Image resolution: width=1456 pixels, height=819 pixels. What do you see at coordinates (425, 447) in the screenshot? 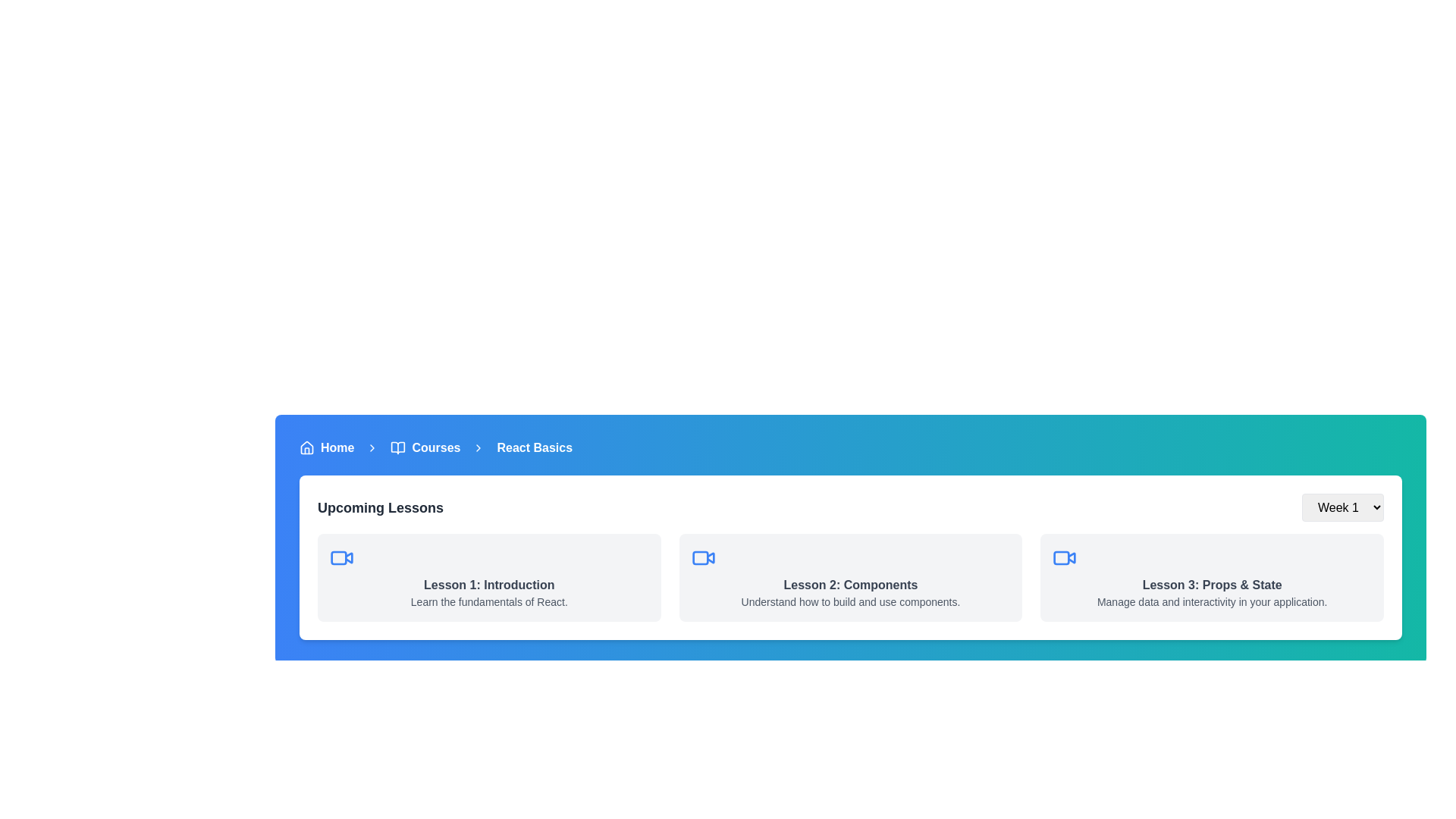
I see `the 'Courses' breadcrumb navigation link, which consists of an open book icon followed by the bold blue text 'Courses'` at bounding box center [425, 447].